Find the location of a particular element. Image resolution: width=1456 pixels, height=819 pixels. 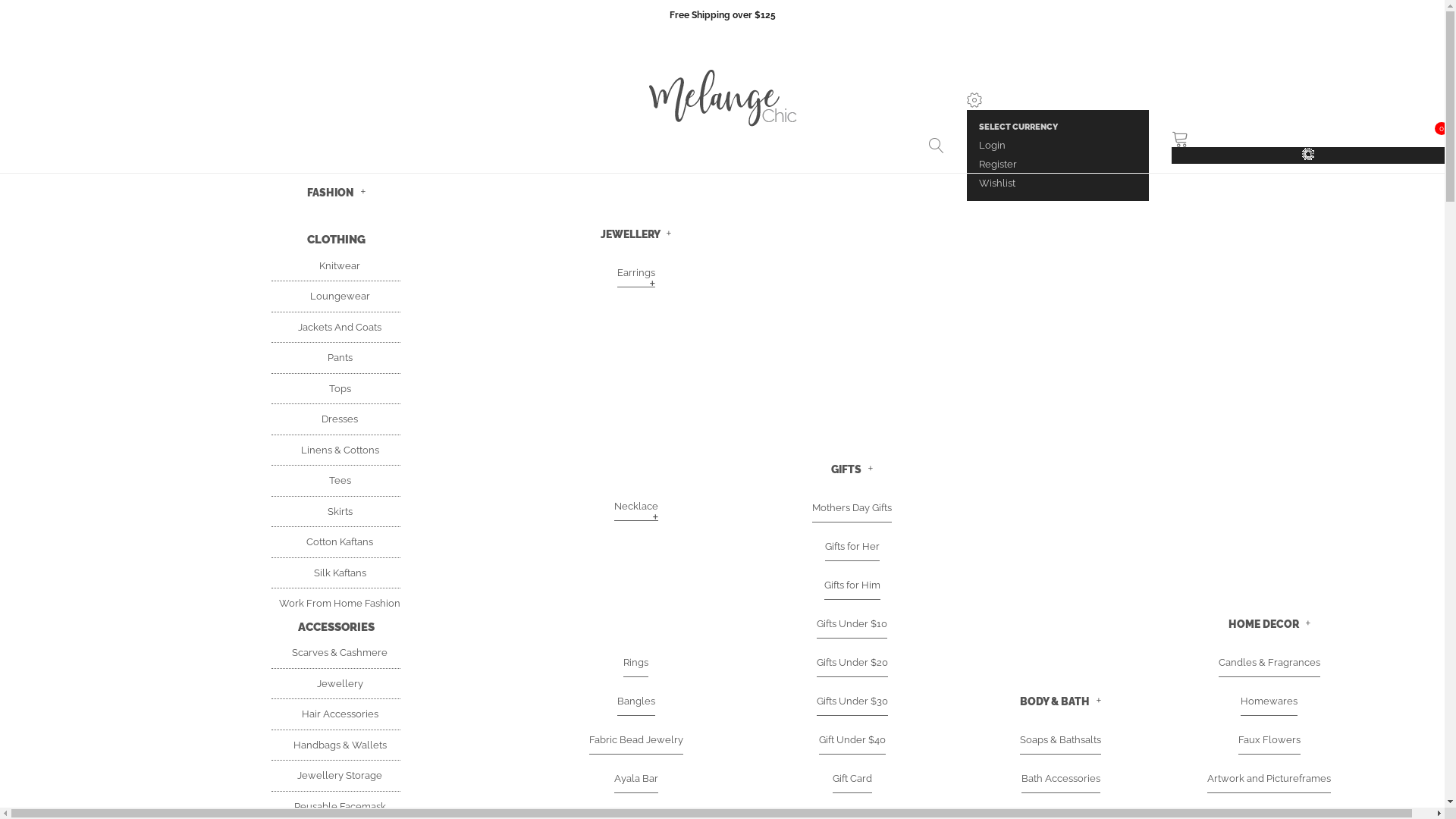

'Skirts' is located at coordinates (335, 511).